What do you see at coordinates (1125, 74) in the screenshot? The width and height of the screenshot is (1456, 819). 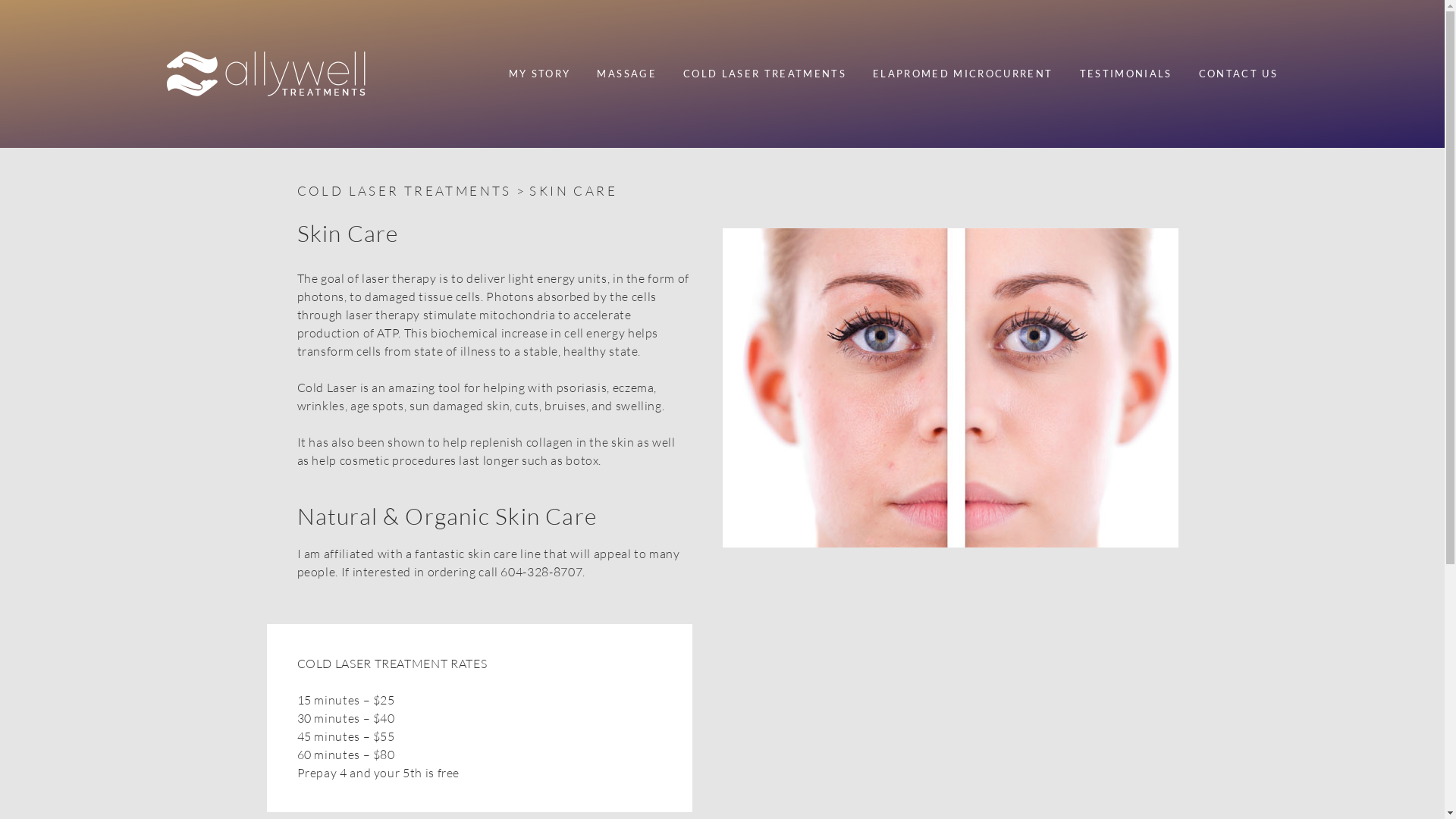 I see `'TESTIMONIALS'` at bounding box center [1125, 74].